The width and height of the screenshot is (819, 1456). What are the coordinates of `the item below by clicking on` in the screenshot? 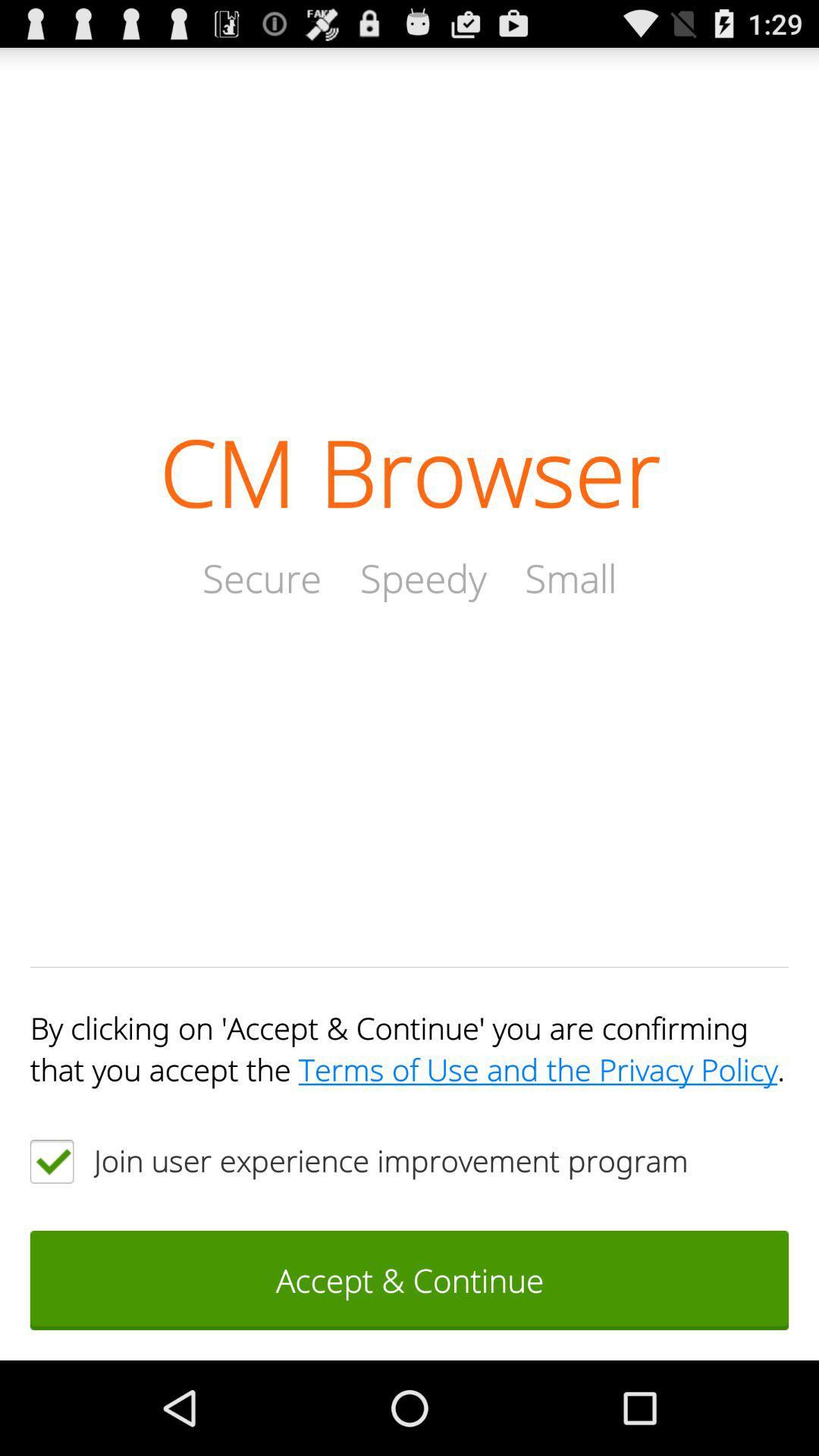 It's located at (51, 1160).